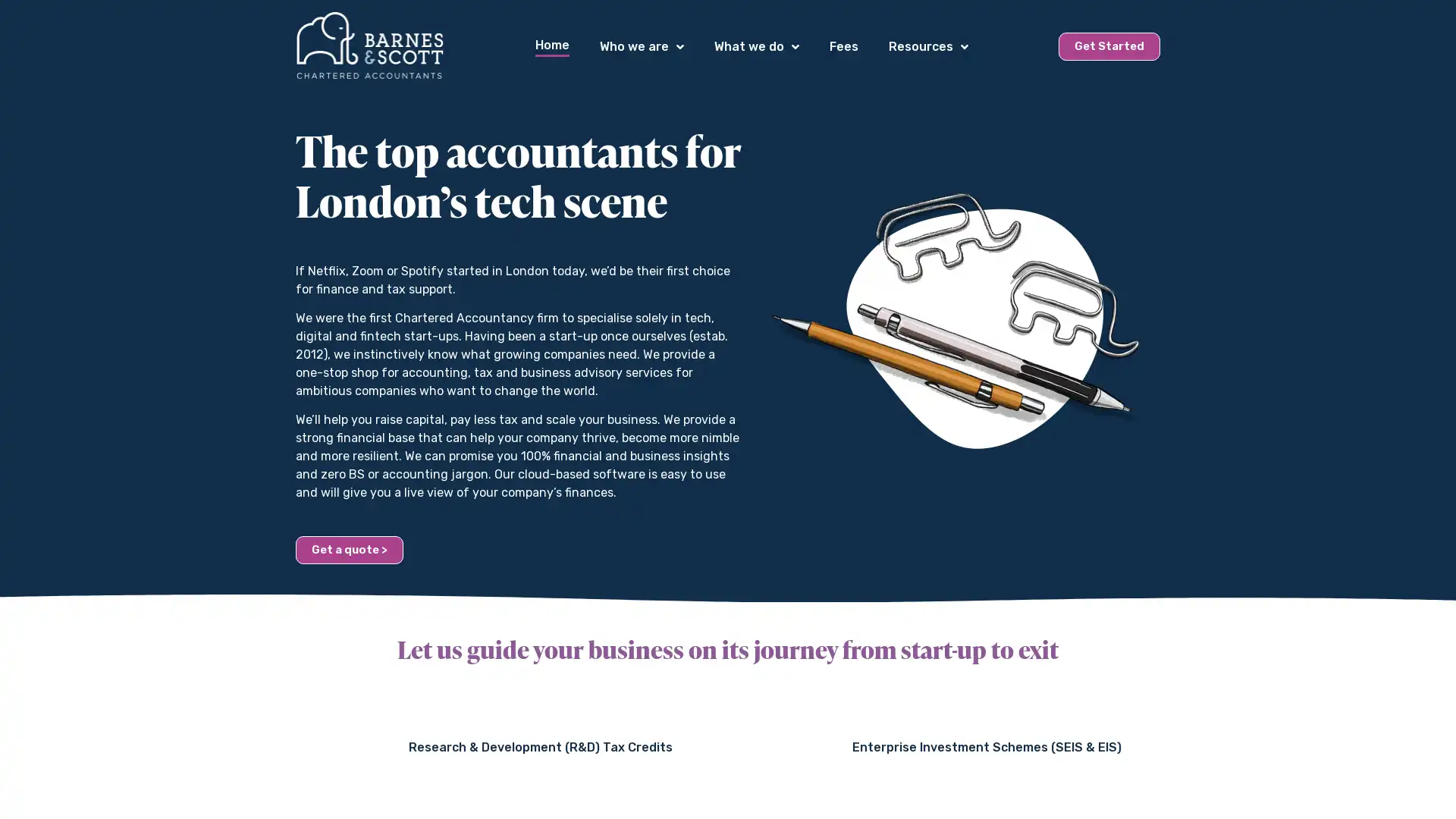  I want to click on Get Started, so click(1109, 45).